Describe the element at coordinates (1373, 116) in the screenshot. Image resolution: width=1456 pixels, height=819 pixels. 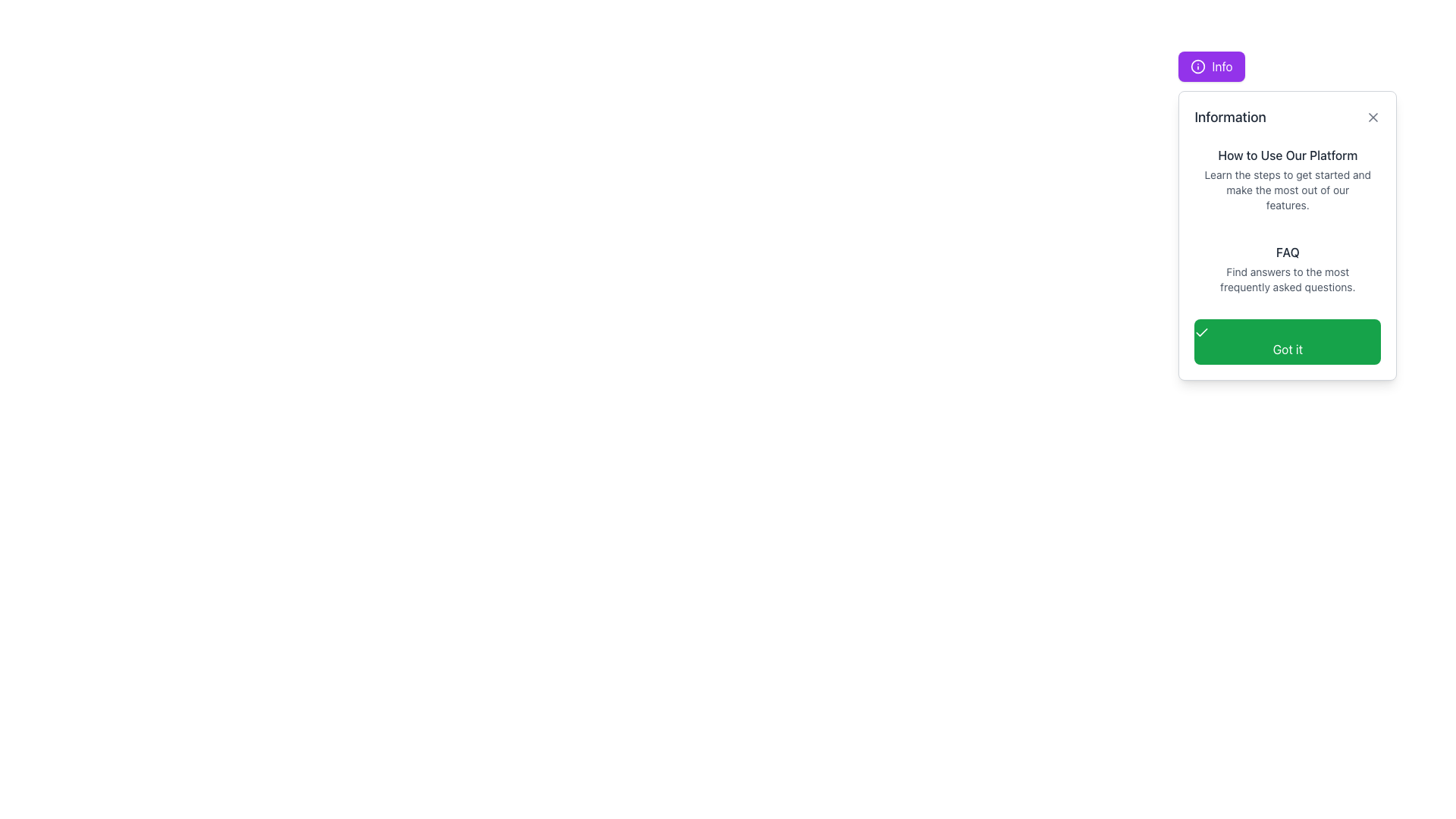
I see `the small X-shaped icon in the top-right corner of the 'Information' popup` at that location.